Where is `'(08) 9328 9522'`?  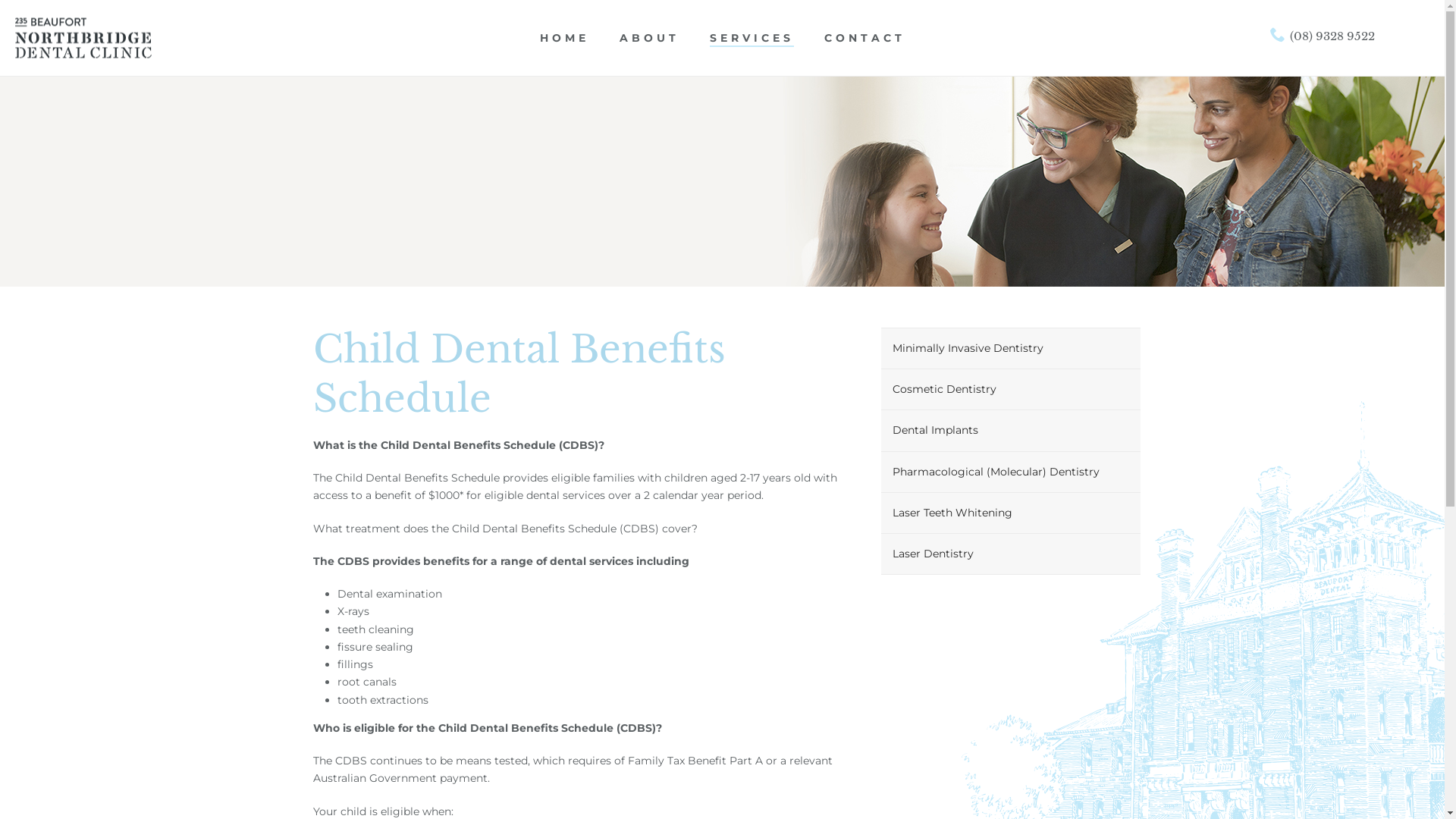 '(08) 9328 9522' is located at coordinates (1321, 36).